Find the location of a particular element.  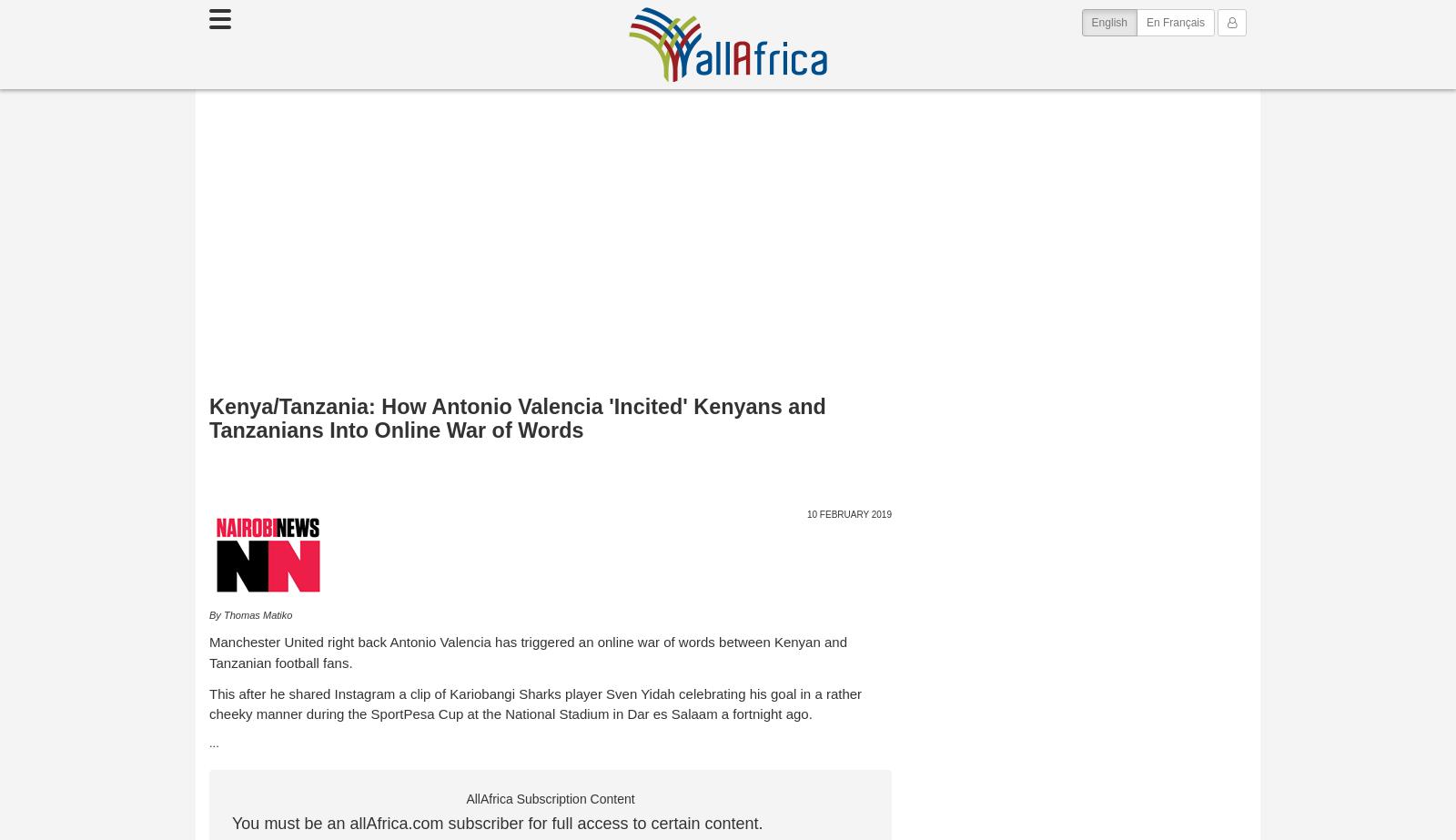

'English' is located at coordinates (1107, 23).